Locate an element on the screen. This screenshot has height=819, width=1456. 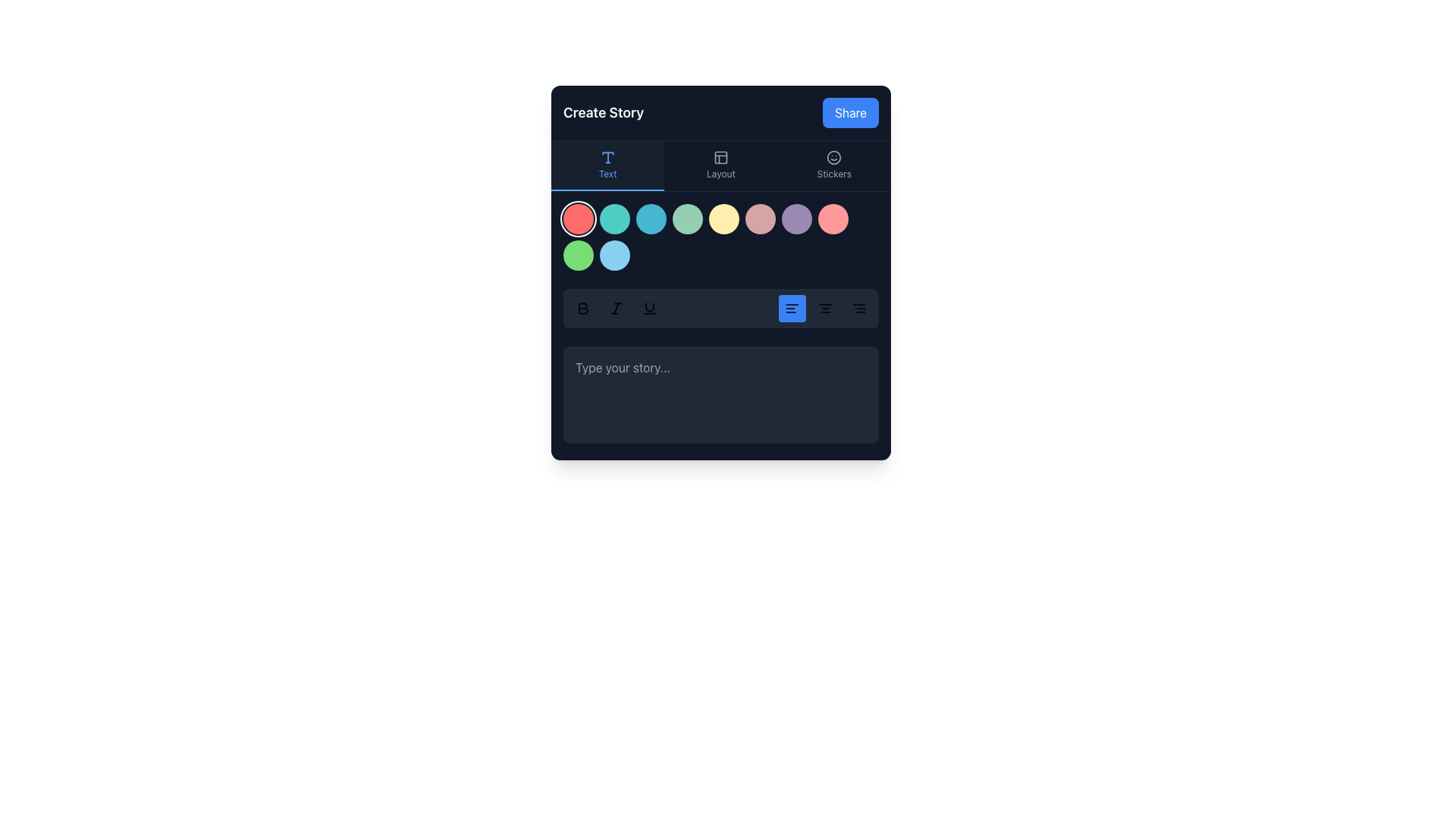
the center alignment icon located in the formatting toolbar, which is the first of two vertically-aligned icons on the right side of the text styling options (B, I, U) is located at coordinates (825, 308).